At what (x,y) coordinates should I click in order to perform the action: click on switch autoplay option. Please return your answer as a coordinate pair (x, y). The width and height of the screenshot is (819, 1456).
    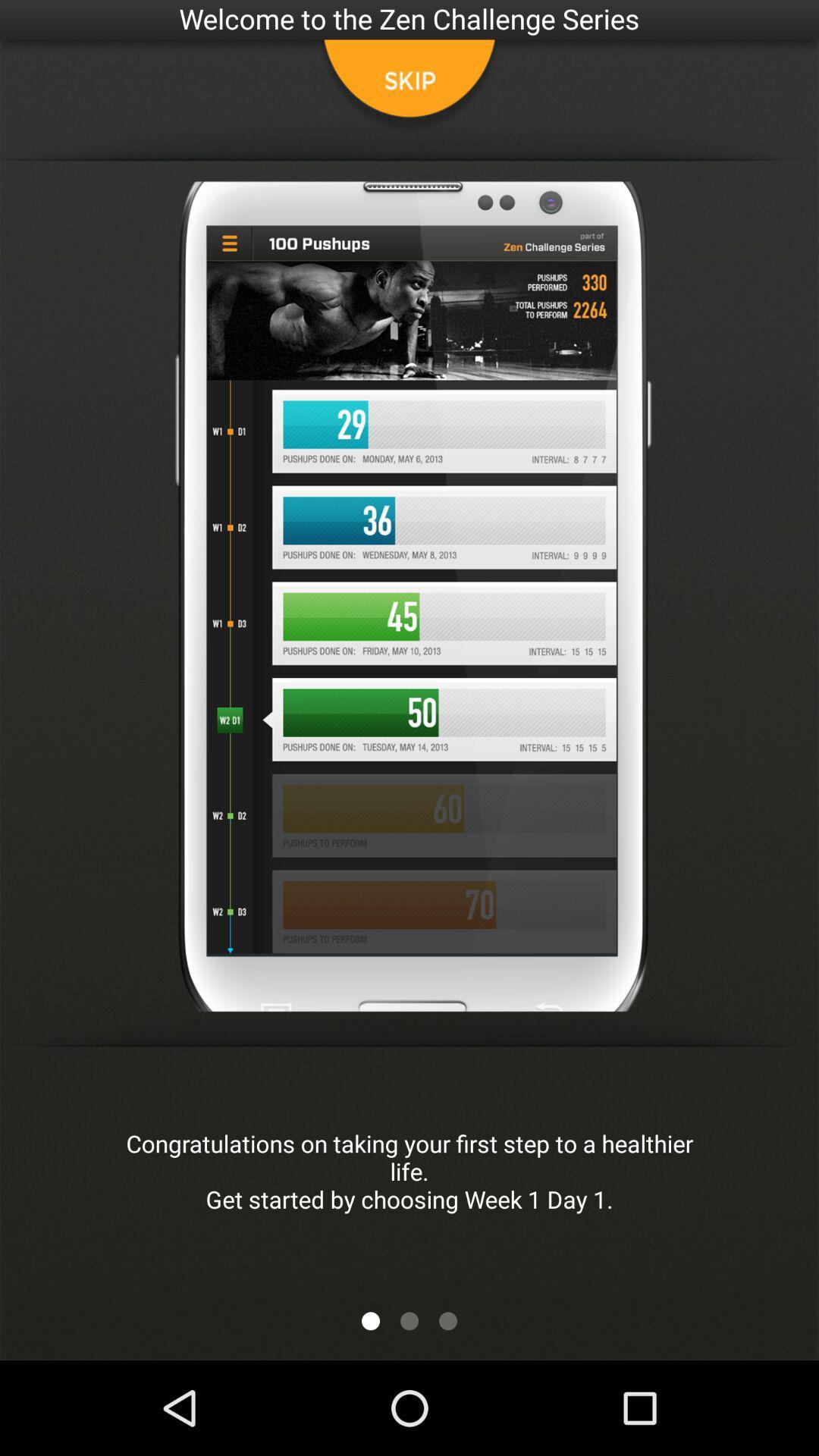
    Looking at the image, I should click on (371, 1320).